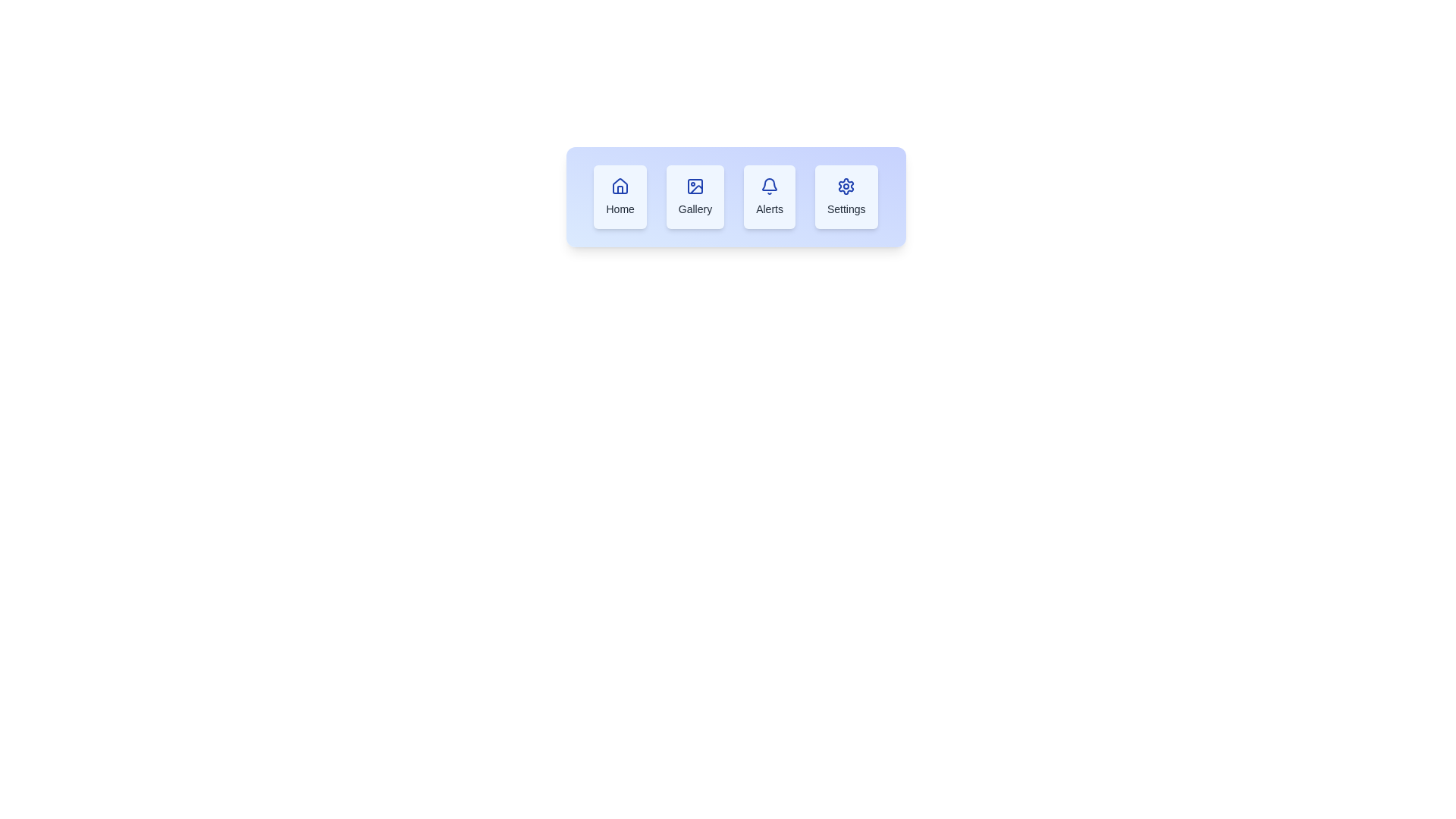 The width and height of the screenshot is (1456, 819). What do you see at coordinates (694, 196) in the screenshot?
I see `the 'Gallery' button, which is a light blue rectangular button with a picture frame icon and a black label below it` at bounding box center [694, 196].